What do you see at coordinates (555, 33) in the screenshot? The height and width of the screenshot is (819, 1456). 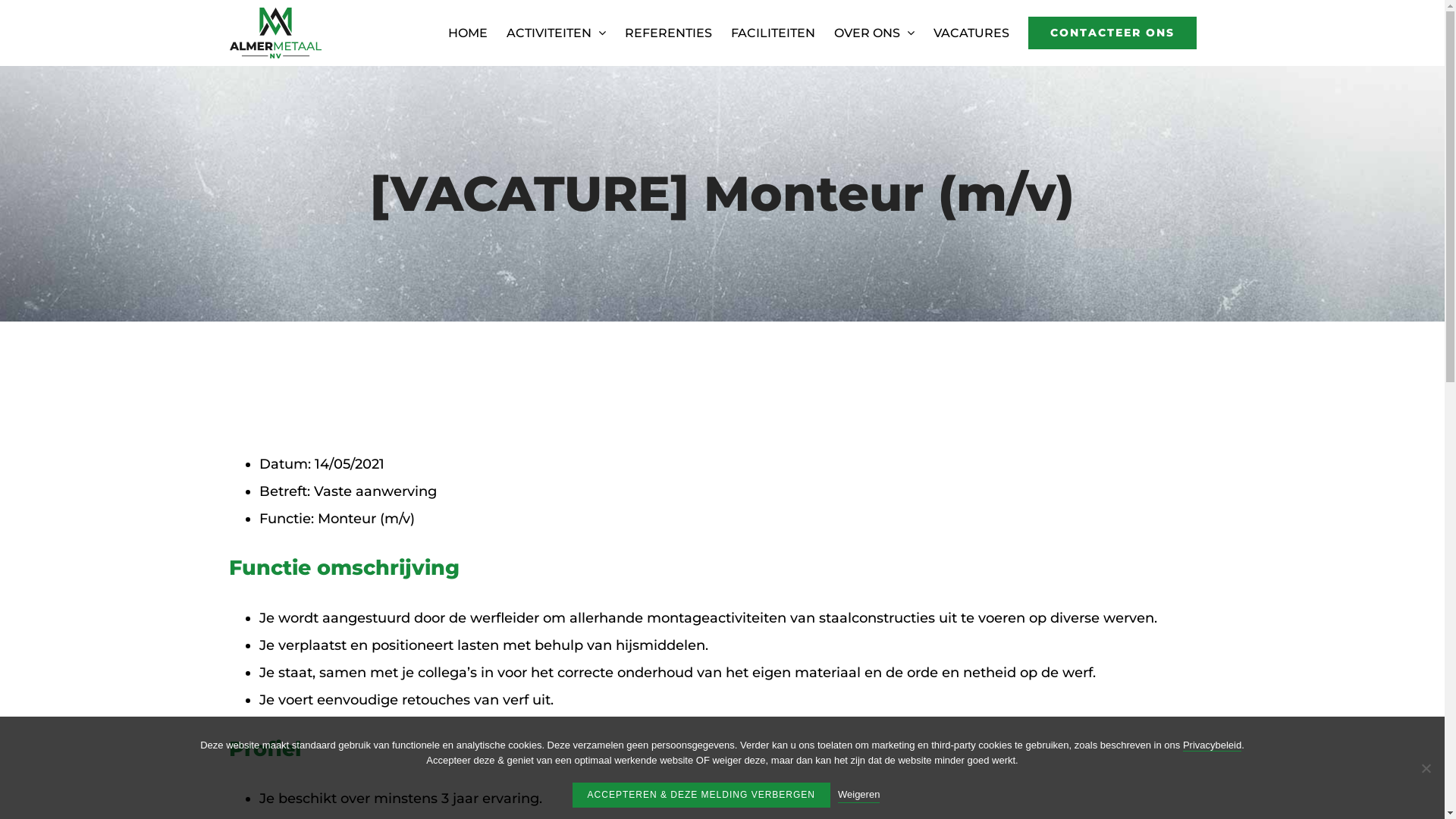 I see `'ACTIVITEITEN'` at bounding box center [555, 33].